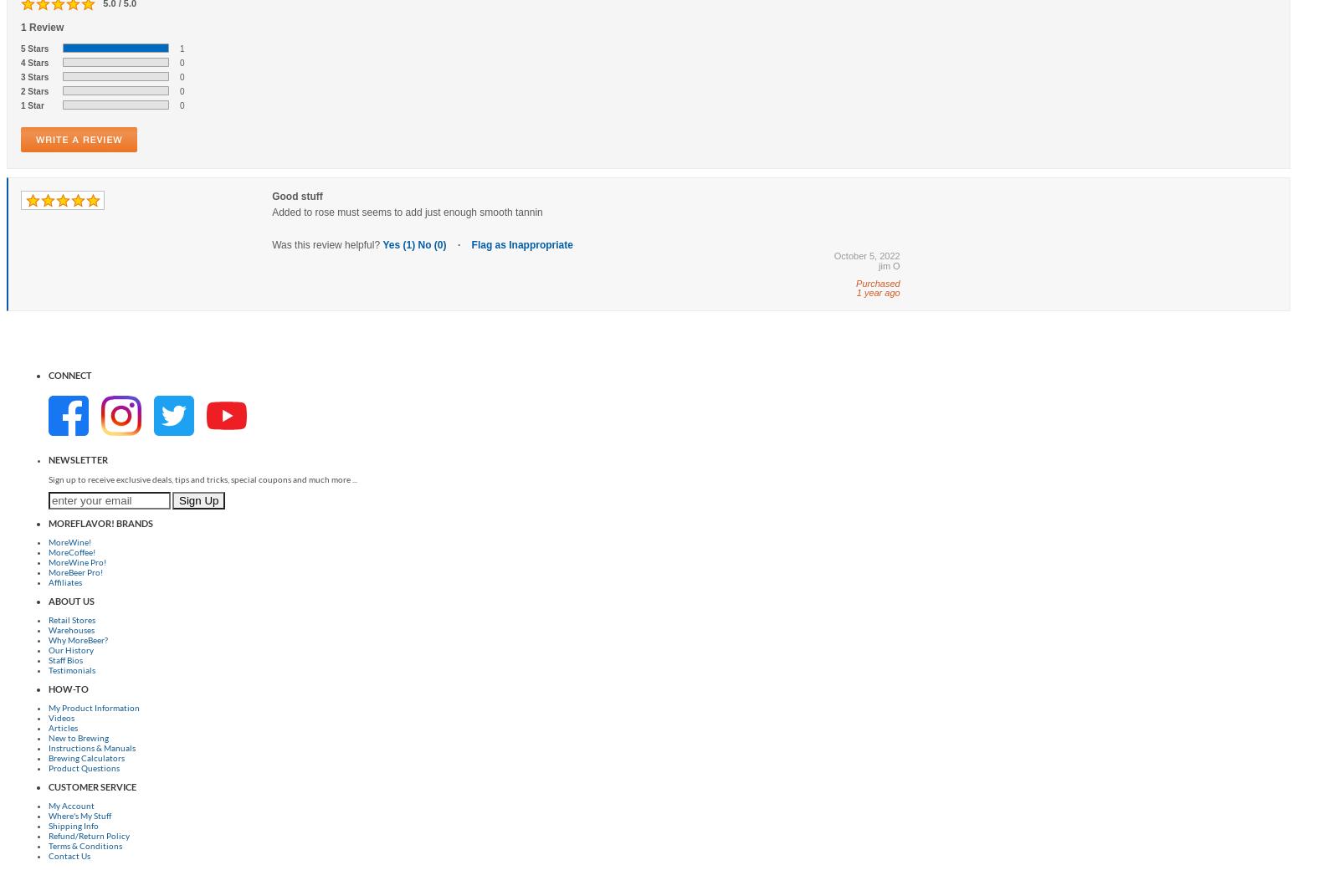 The image size is (1318, 896). Describe the element at coordinates (855, 291) in the screenshot. I see `'1 year ago'` at that location.